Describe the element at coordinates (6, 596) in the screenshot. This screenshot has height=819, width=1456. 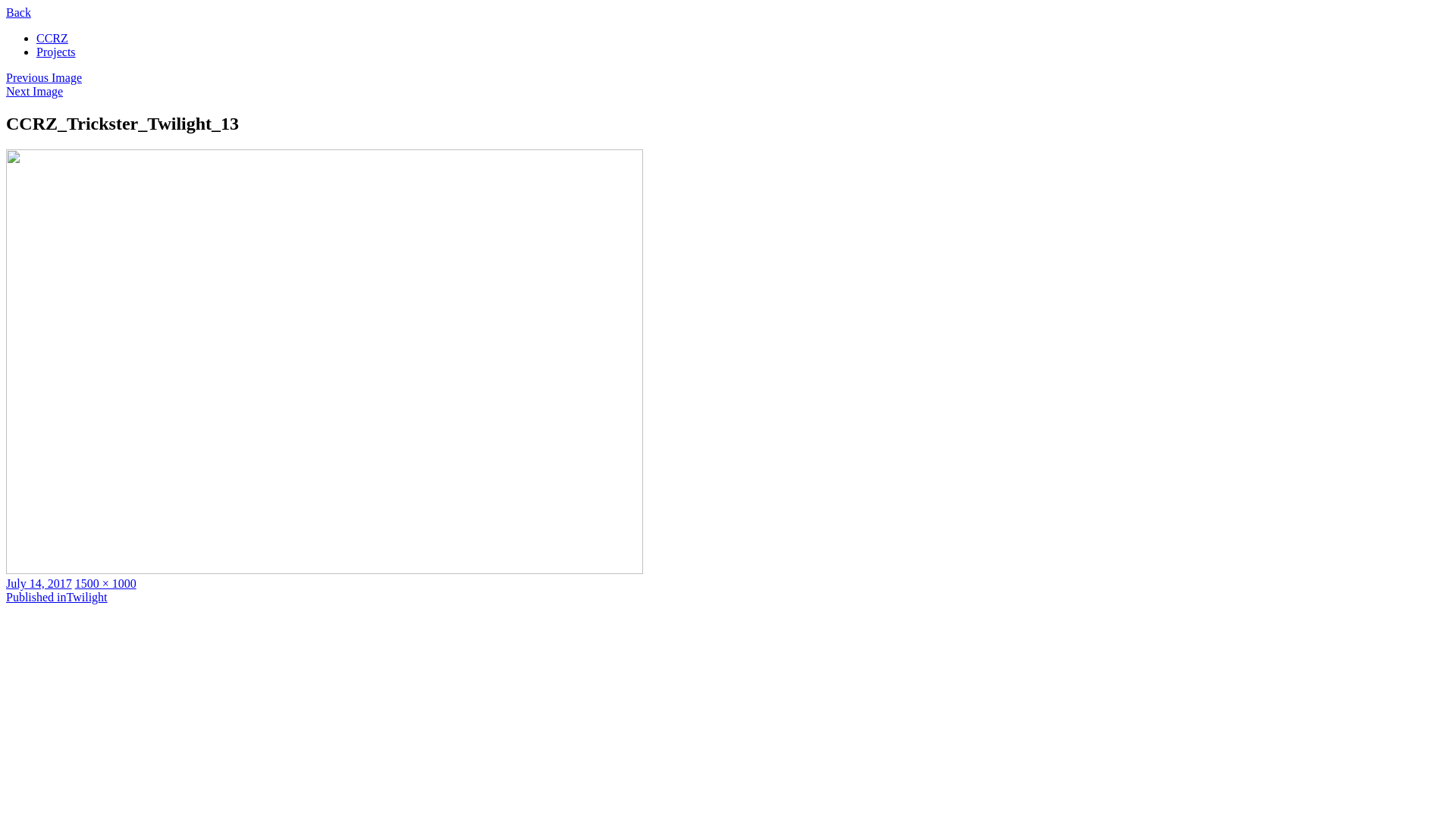
I see `'Published inTwilight'` at that location.